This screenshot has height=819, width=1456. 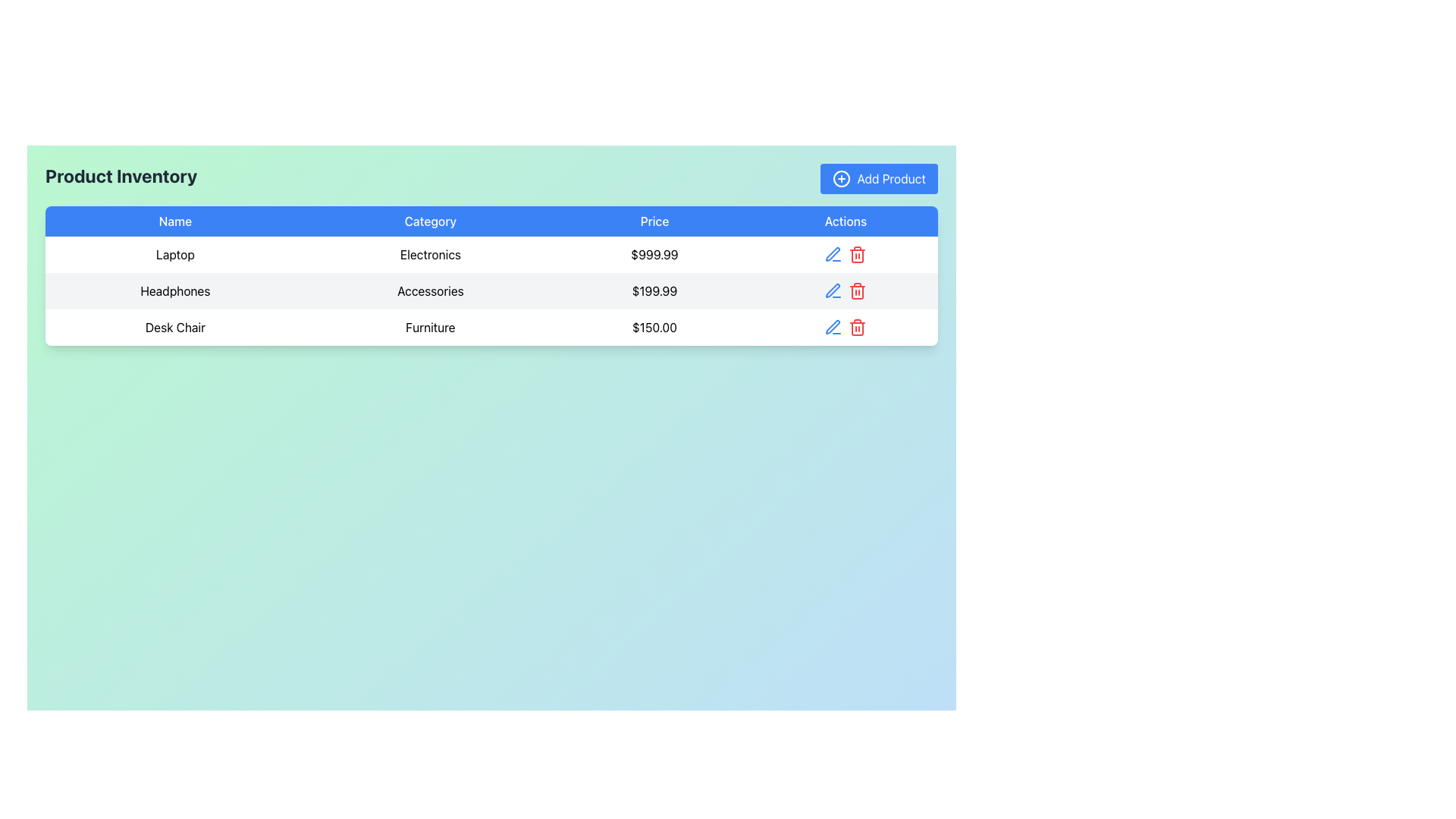 What do you see at coordinates (429, 253) in the screenshot?
I see `the 'Electronics' text label in the 'Category' column of the 'Product Inventory' table, which is positioned in the second cell of the row corresponding to 'Laptop'` at bounding box center [429, 253].